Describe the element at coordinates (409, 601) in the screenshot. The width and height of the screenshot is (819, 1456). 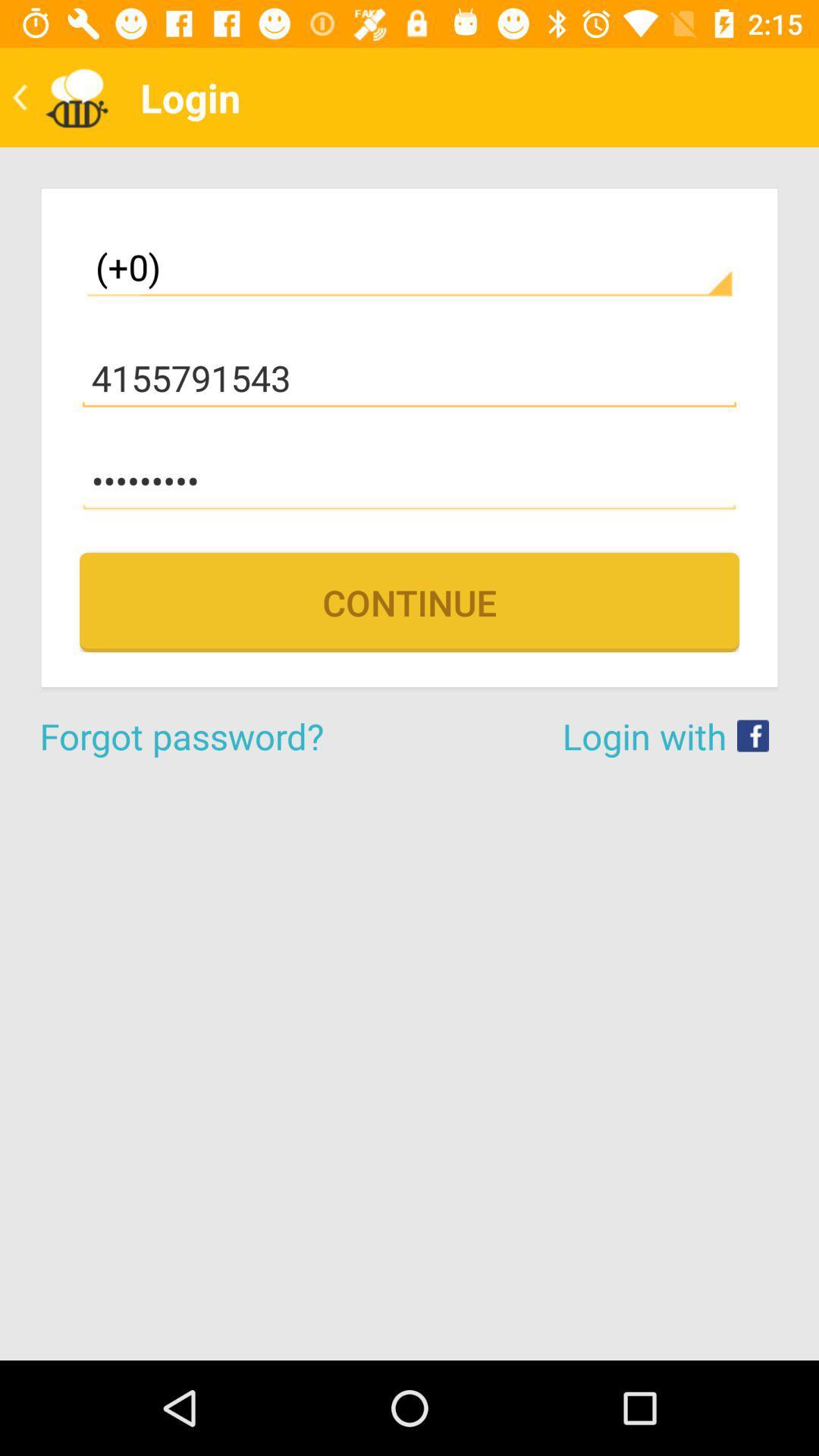
I see `icon at the center` at that location.